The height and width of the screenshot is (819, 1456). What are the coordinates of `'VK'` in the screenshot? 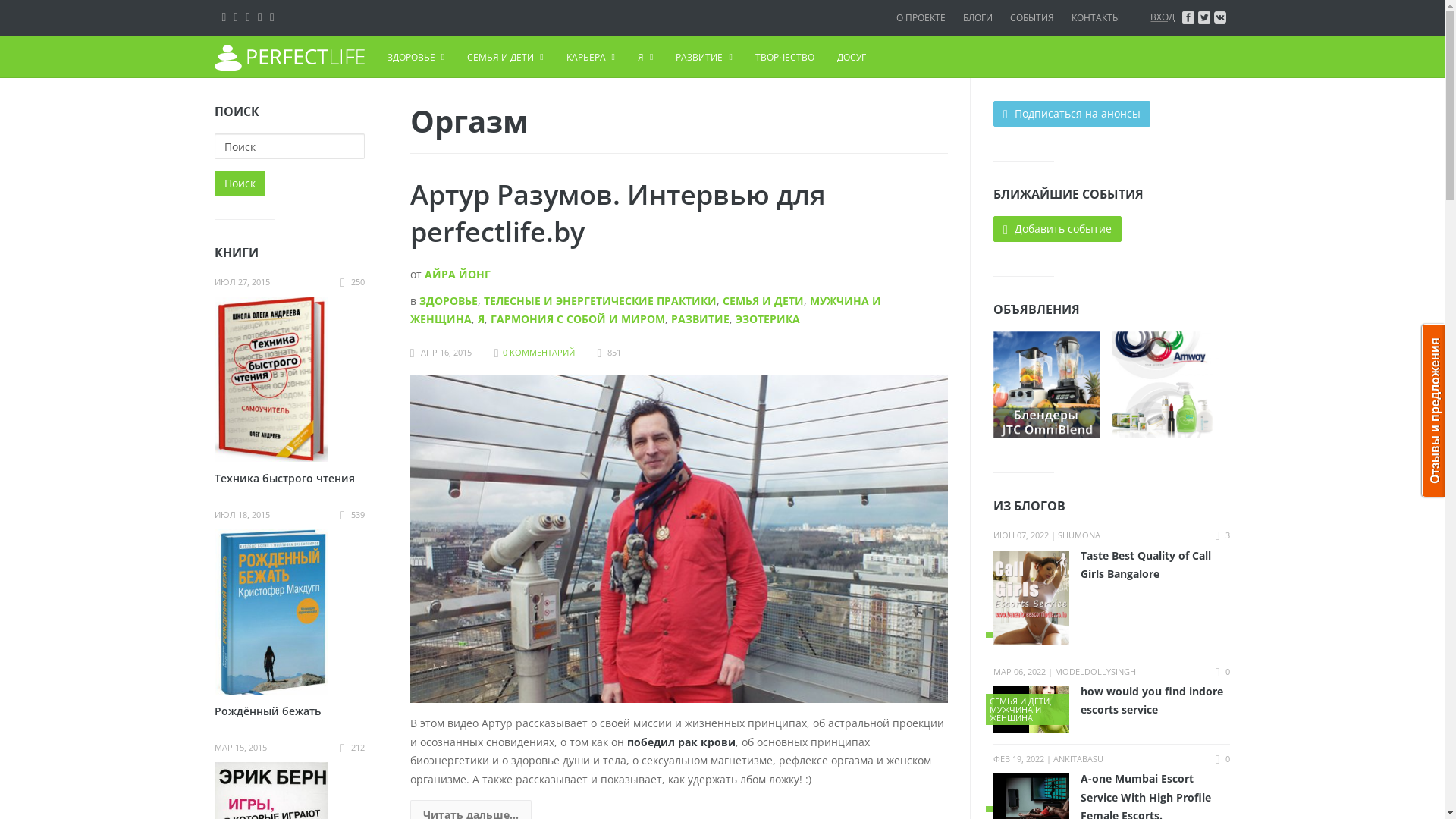 It's located at (222, 16).